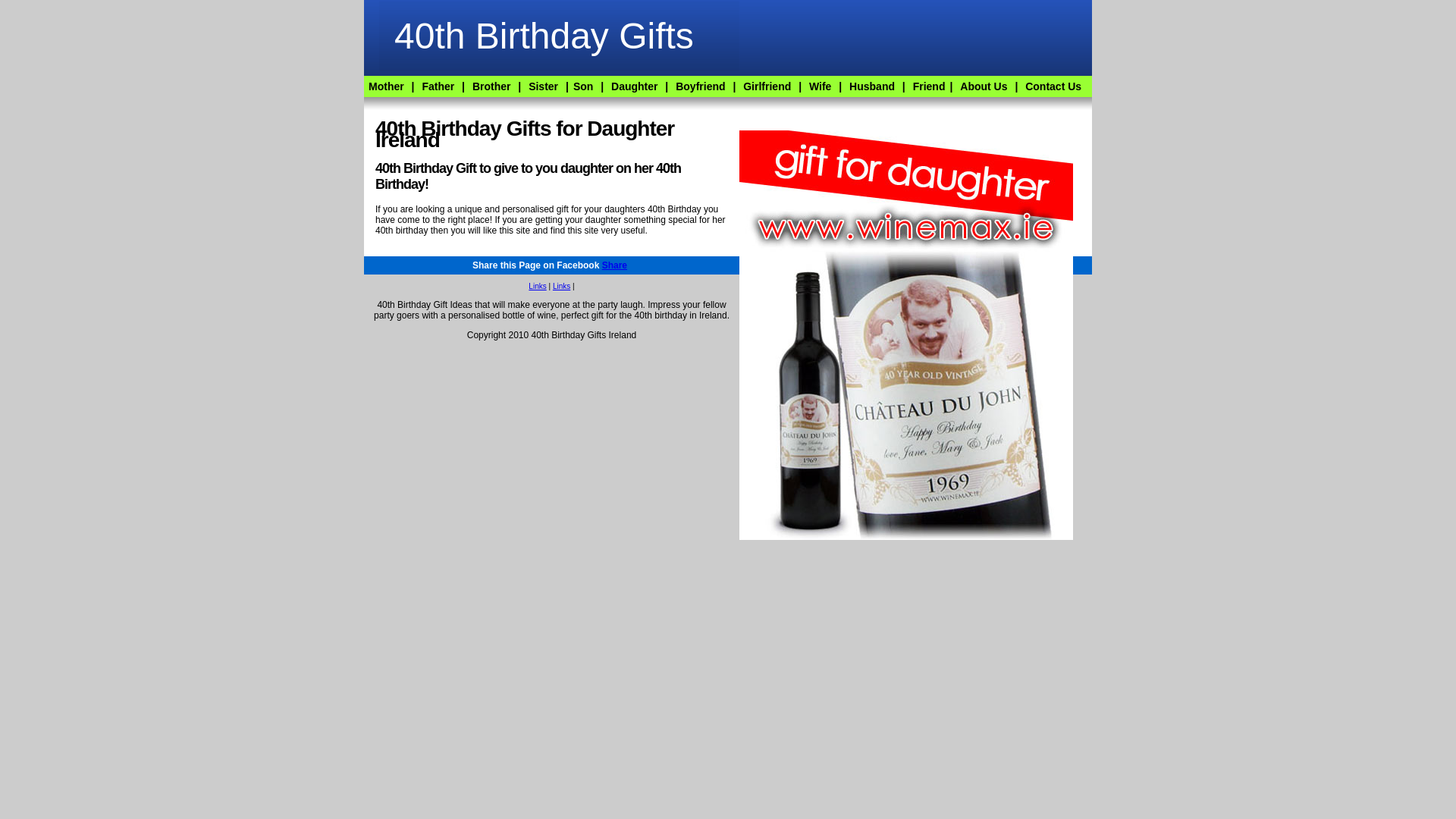 Image resolution: width=1456 pixels, height=819 pixels. What do you see at coordinates (582, 86) in the screenshot?
I see `'Son'` at bounding box center [582, 86].